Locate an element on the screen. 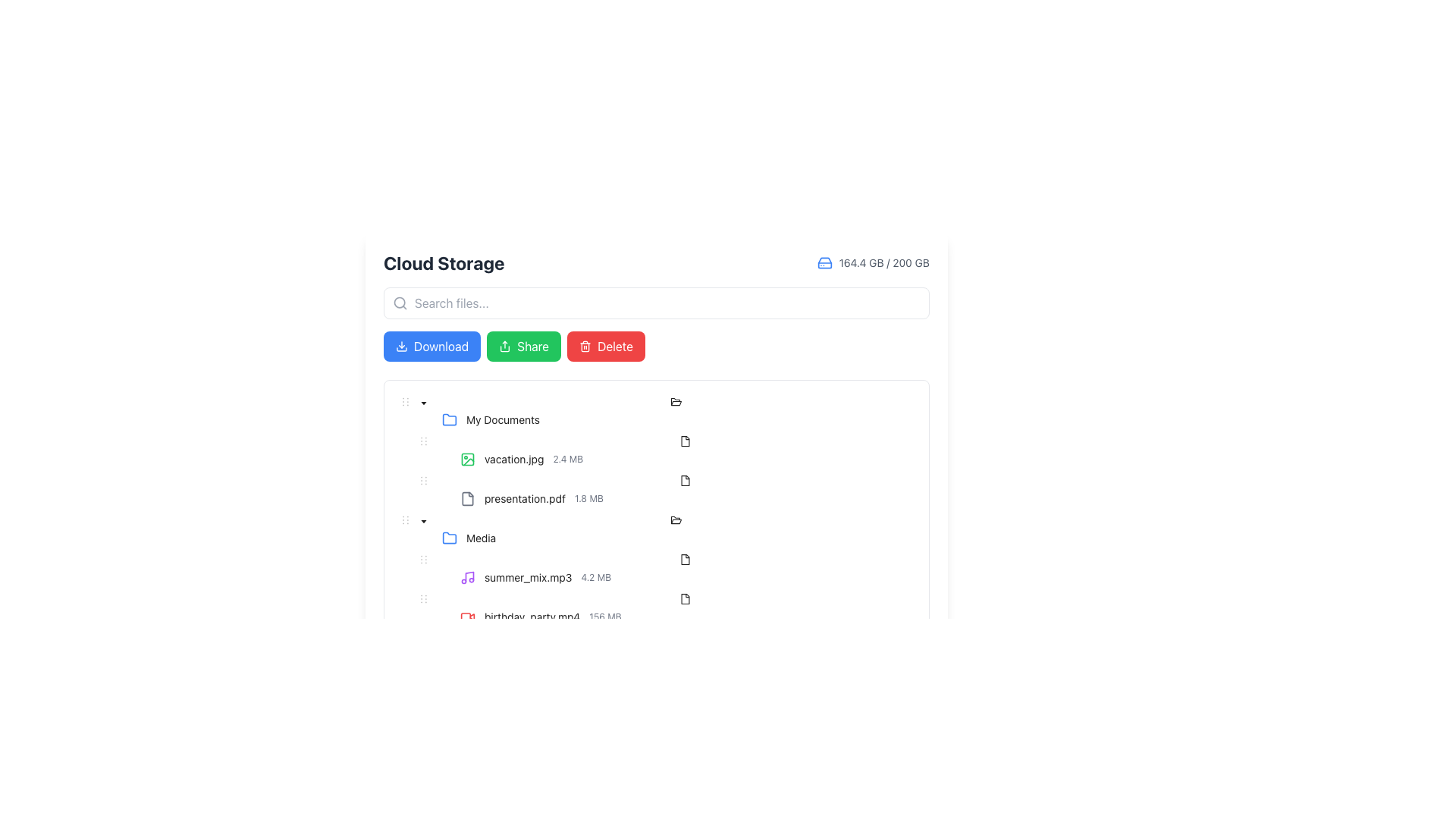 The height and width of the screenshot is (819, 1456). the list item labeled 'summer_mix.mp3' is located at coordinates (684, 568).